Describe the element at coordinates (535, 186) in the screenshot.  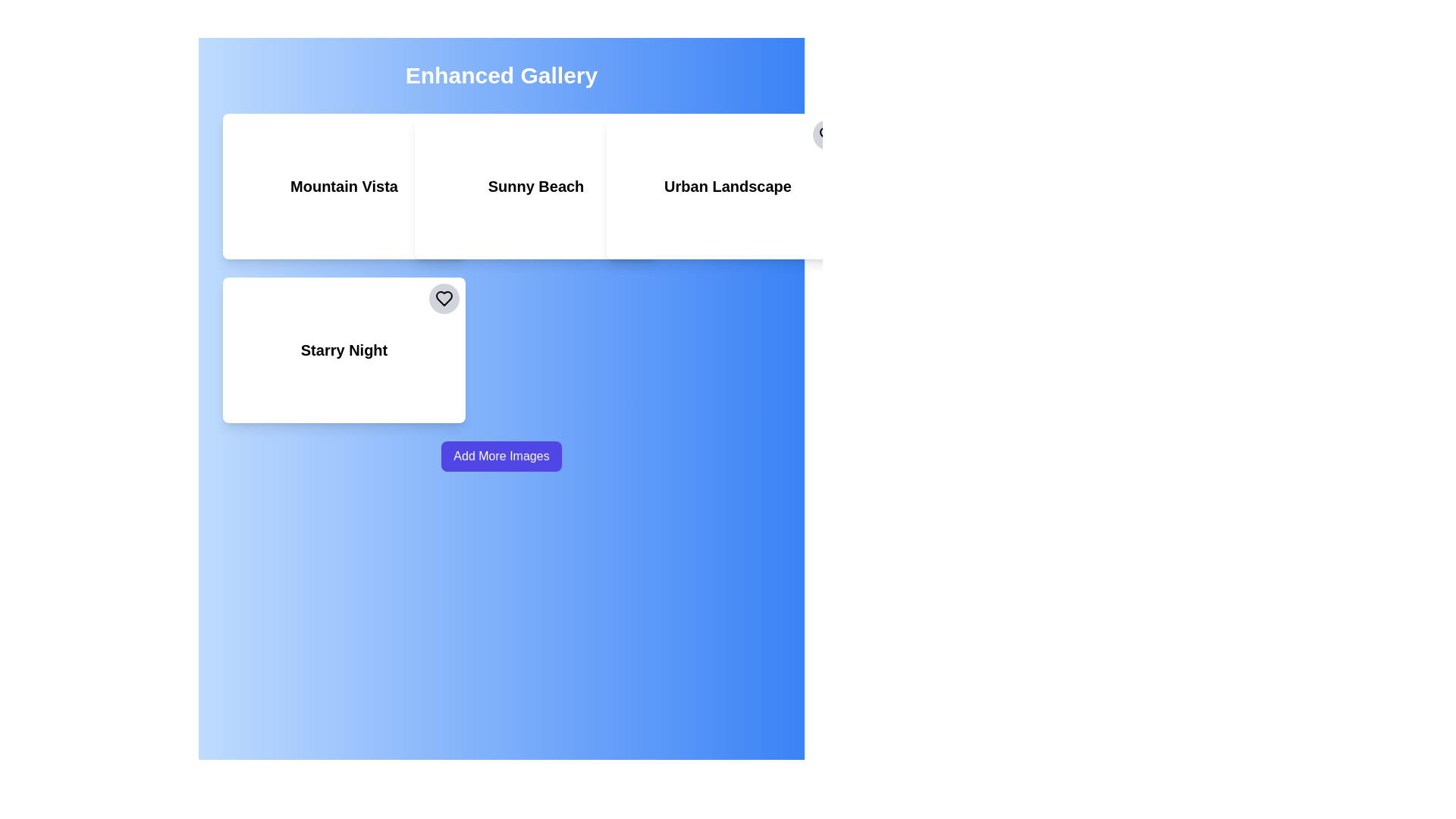
I see `the text label titled 'Sunny Beach' which serves as a title for the content in the second card of a horizontally aligned group of three cards` at that location.